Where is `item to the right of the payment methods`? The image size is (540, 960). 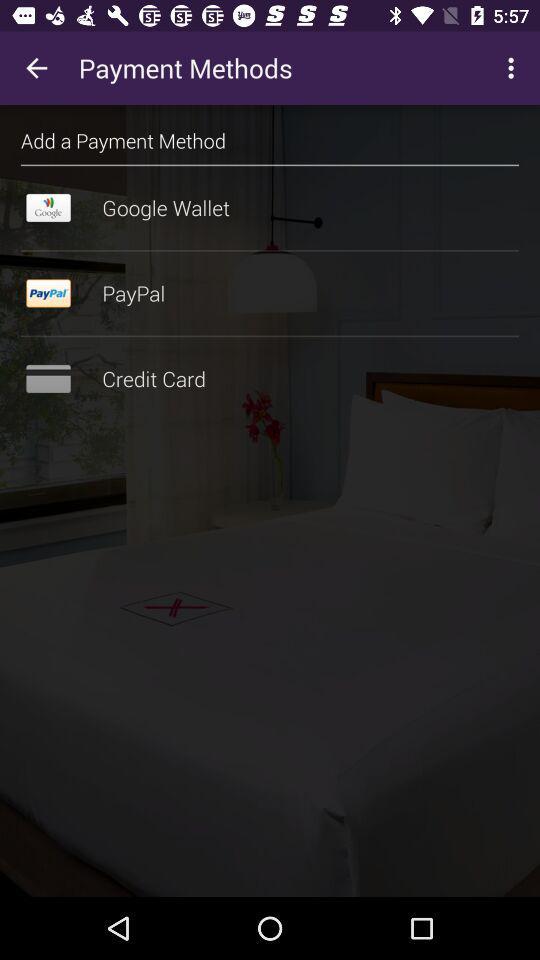 item to the right of the payment methods is located at coordinates (513, 68).